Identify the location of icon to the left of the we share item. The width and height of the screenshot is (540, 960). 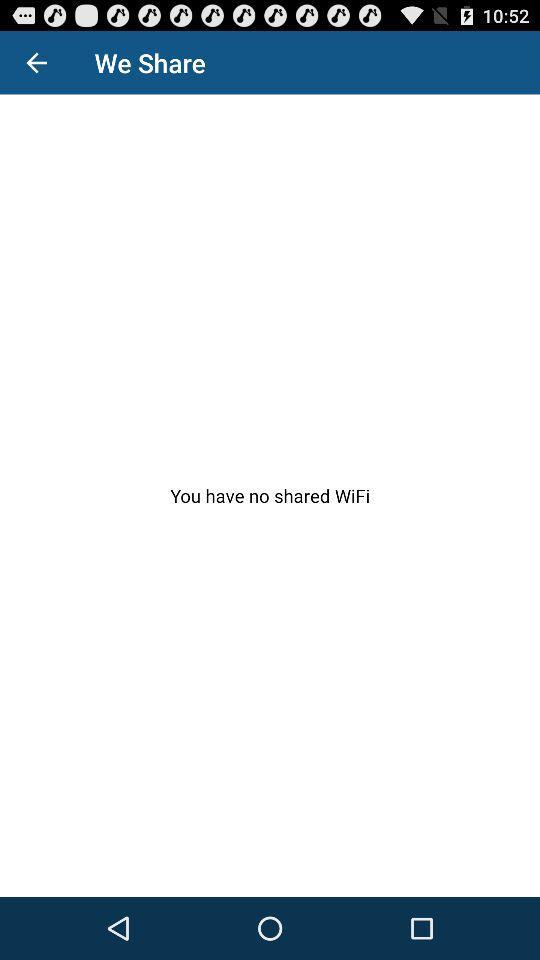
(36, 62).